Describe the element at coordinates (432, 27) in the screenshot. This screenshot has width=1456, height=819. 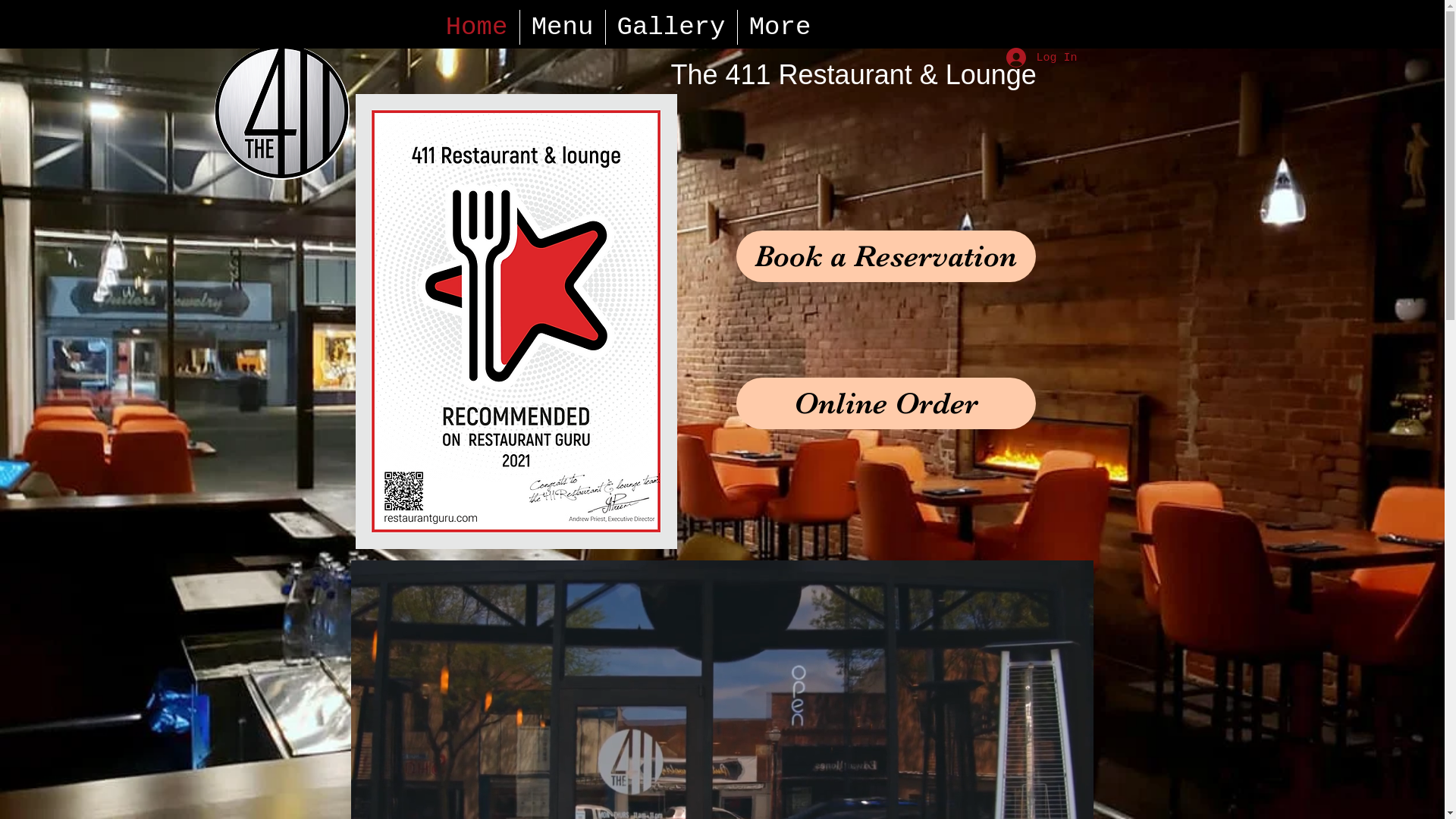
I see `'Home'` at that location.